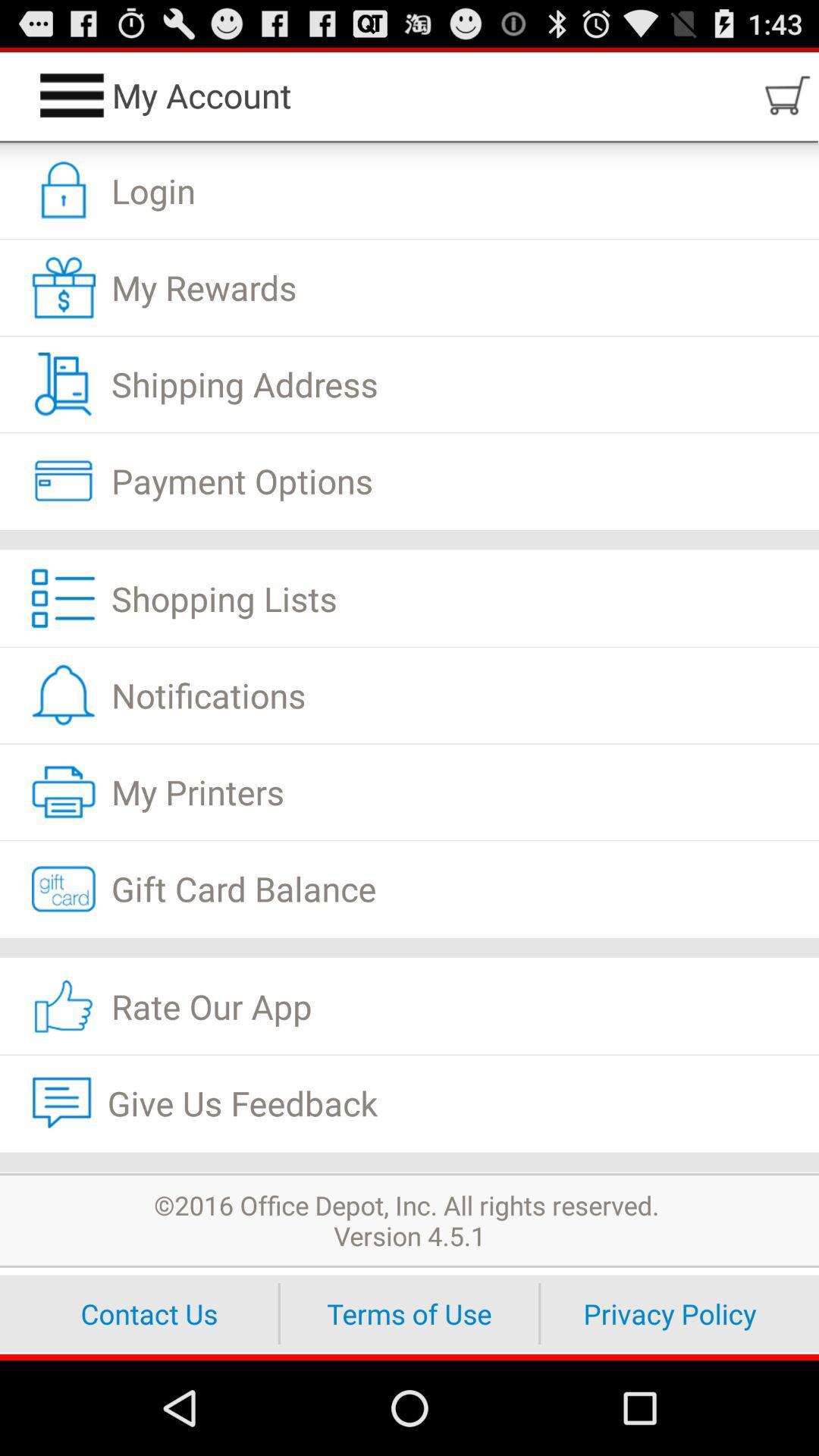 The width and height of the screenshot is (819, 1456). I want to click on icon at the bottom right corner, so click(669, 1313).